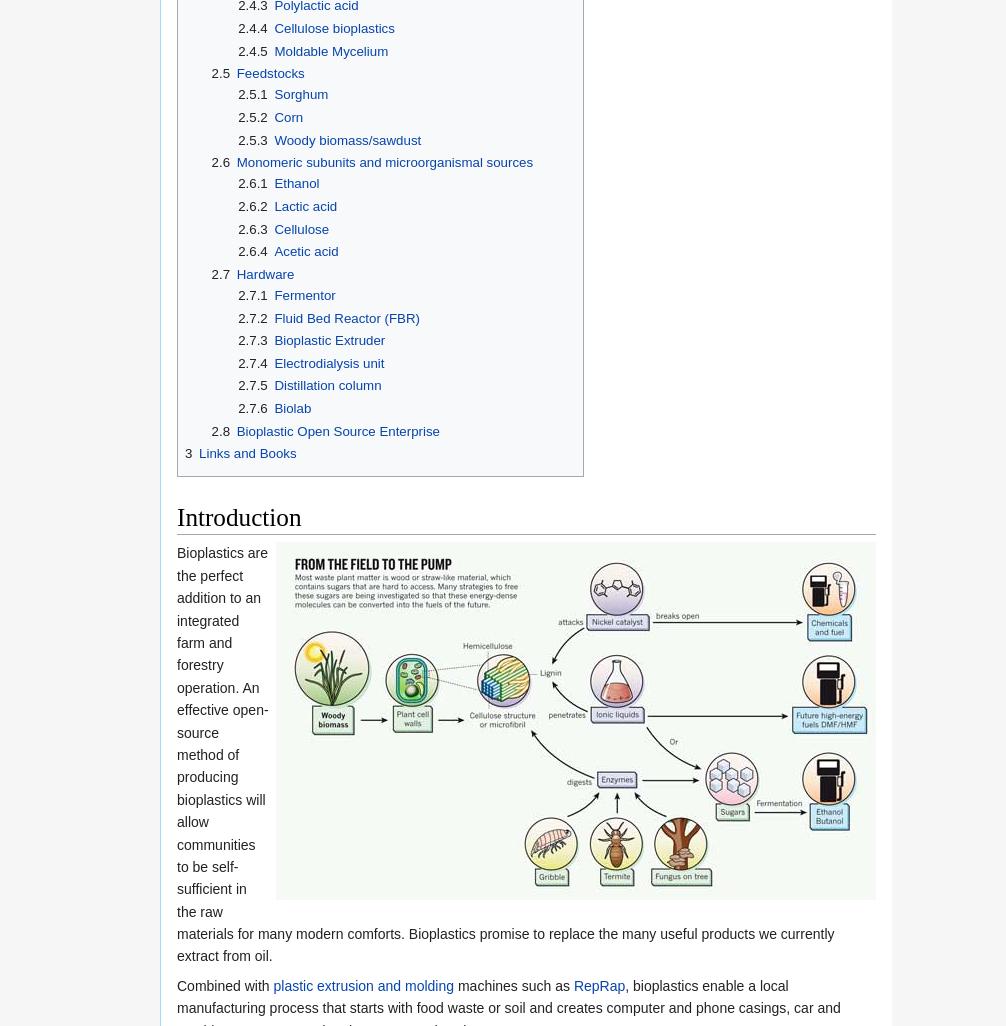  What do you see at coordinates (269, 72) in the screenshot?
I see `'Feedstocks'` at bounding box center [269, 72].